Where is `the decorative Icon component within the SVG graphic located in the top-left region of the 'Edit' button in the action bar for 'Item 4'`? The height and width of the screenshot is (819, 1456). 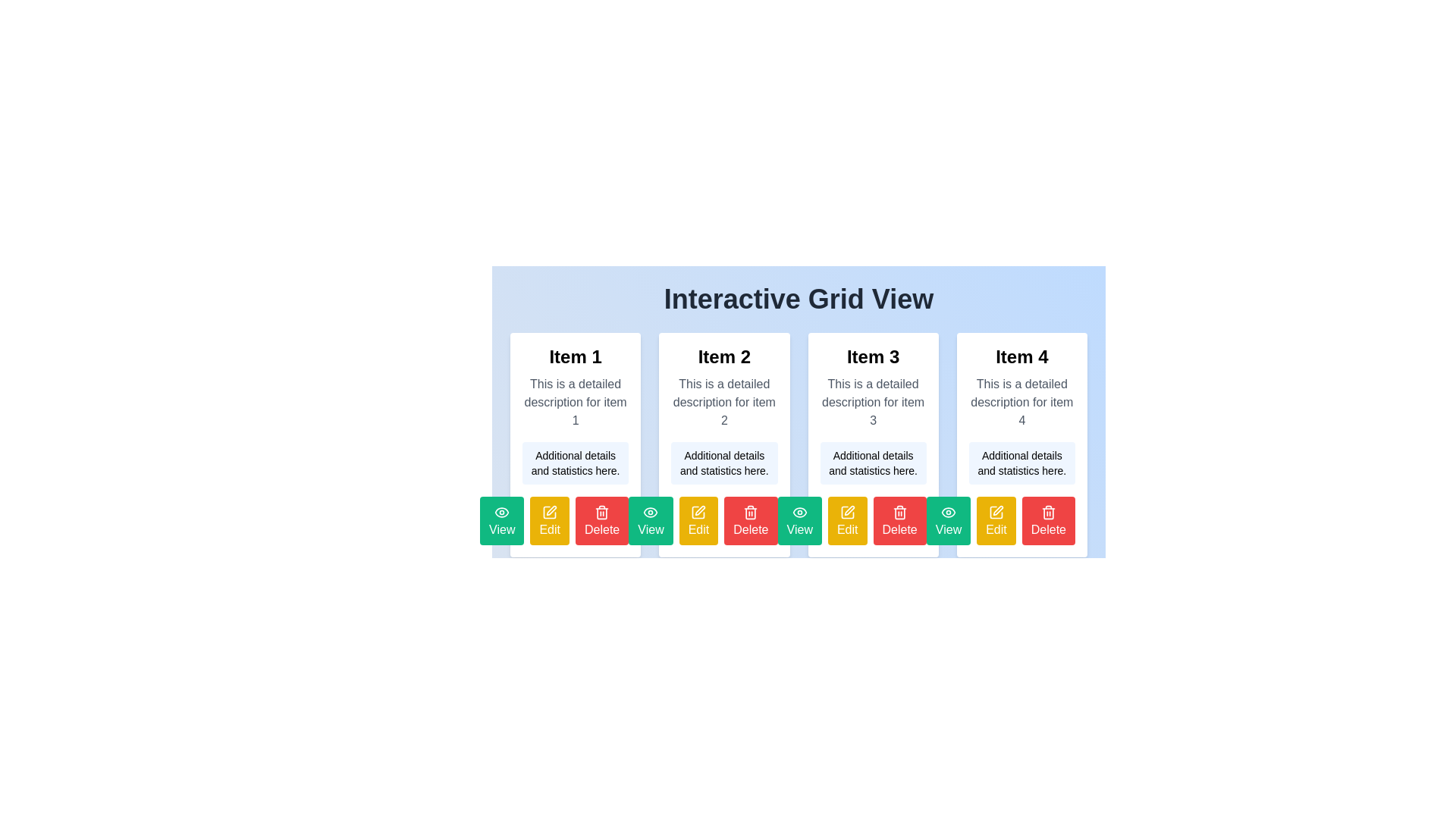 the decorative Icon component within the SVG graphic located in the top-left region of the 'Edit' button in the action bar for 'Item 4' is located at coordinates (698, 512).